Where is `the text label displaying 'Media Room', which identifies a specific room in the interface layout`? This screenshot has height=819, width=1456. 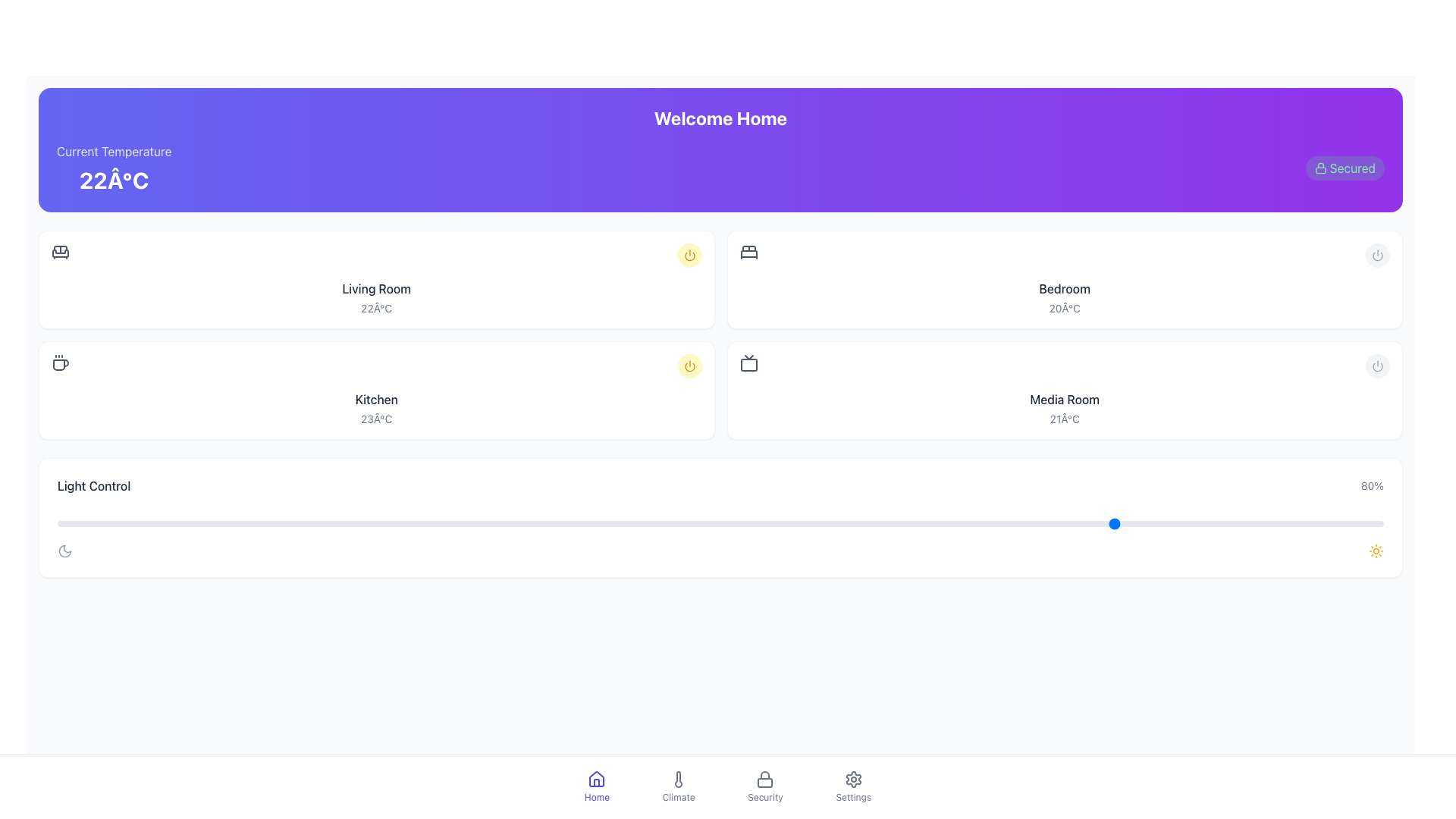 the text label displaying 'Media Room', which identifies a specific room in the interface layout is located at coordinates (1064, 399).